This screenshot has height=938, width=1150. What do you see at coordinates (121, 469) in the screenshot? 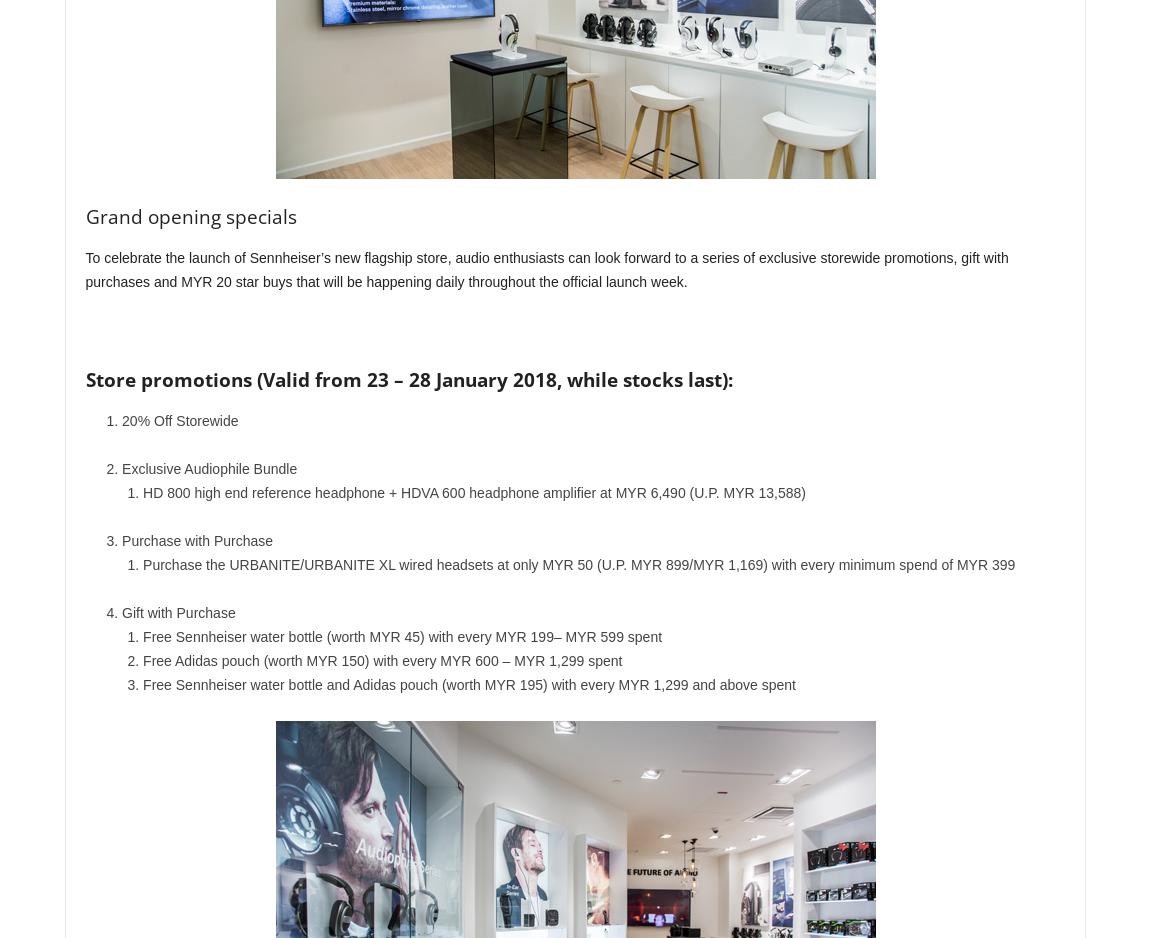
I see `'Exclusive Audiophile Bundle'` at bounding box center [121, 469].